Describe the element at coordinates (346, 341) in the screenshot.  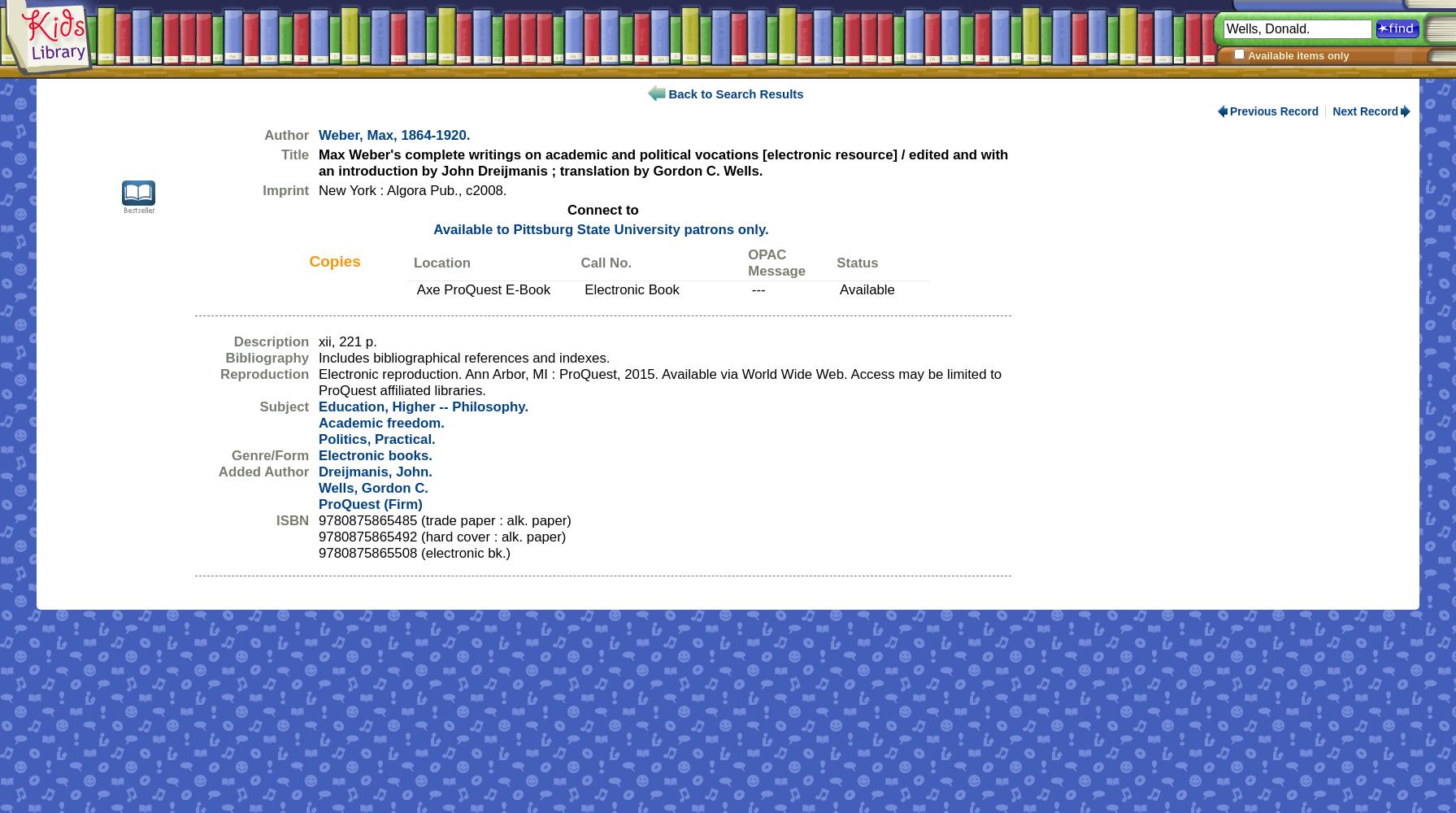
I see `'xii, 221 p.'` at that location.